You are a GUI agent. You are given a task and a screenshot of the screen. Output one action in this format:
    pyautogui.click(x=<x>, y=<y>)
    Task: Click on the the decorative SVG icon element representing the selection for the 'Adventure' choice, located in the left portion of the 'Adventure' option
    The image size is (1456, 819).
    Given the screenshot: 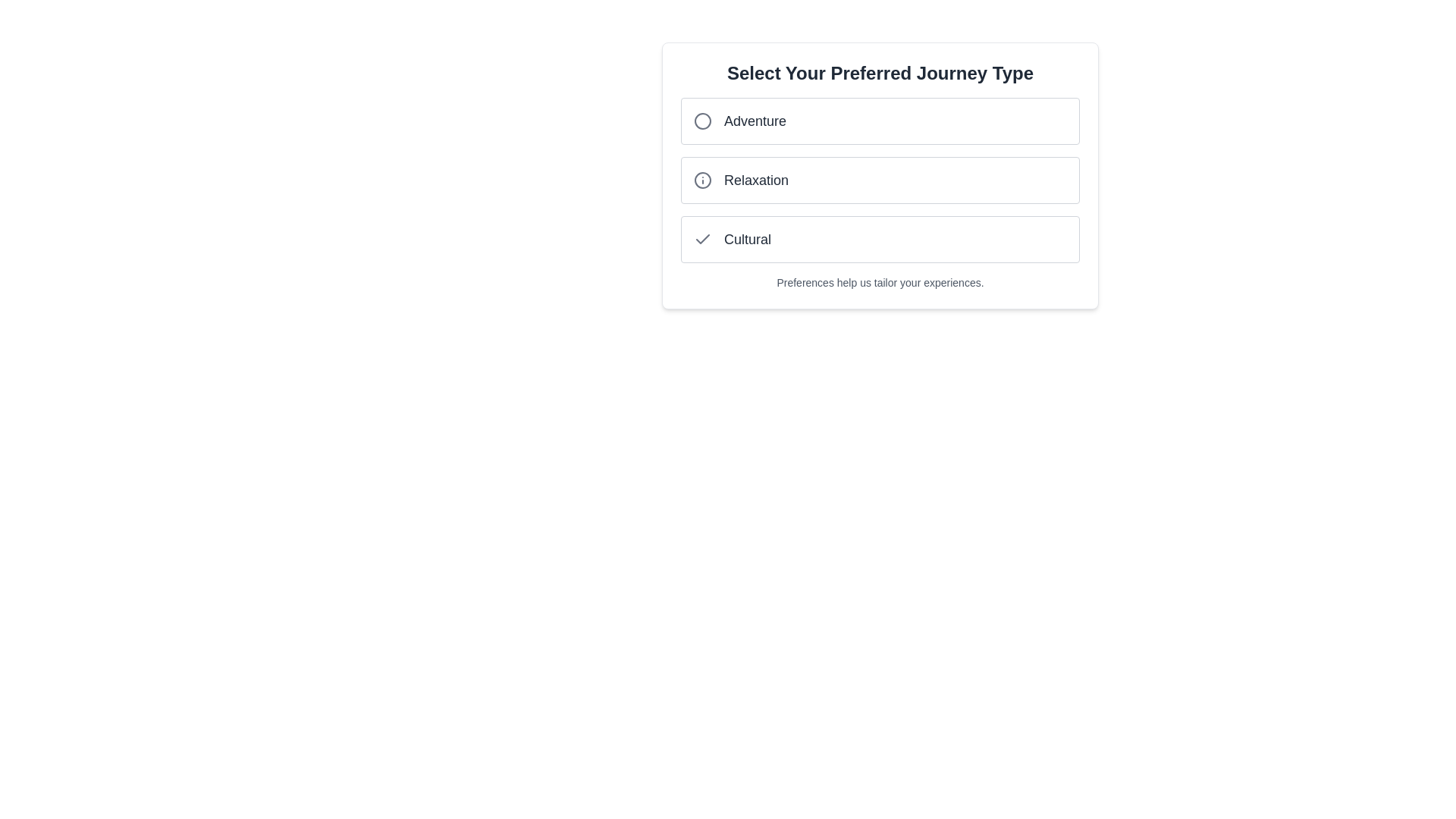 What is the action you would take?
    pyautogui.click(x=701, y=120)
    